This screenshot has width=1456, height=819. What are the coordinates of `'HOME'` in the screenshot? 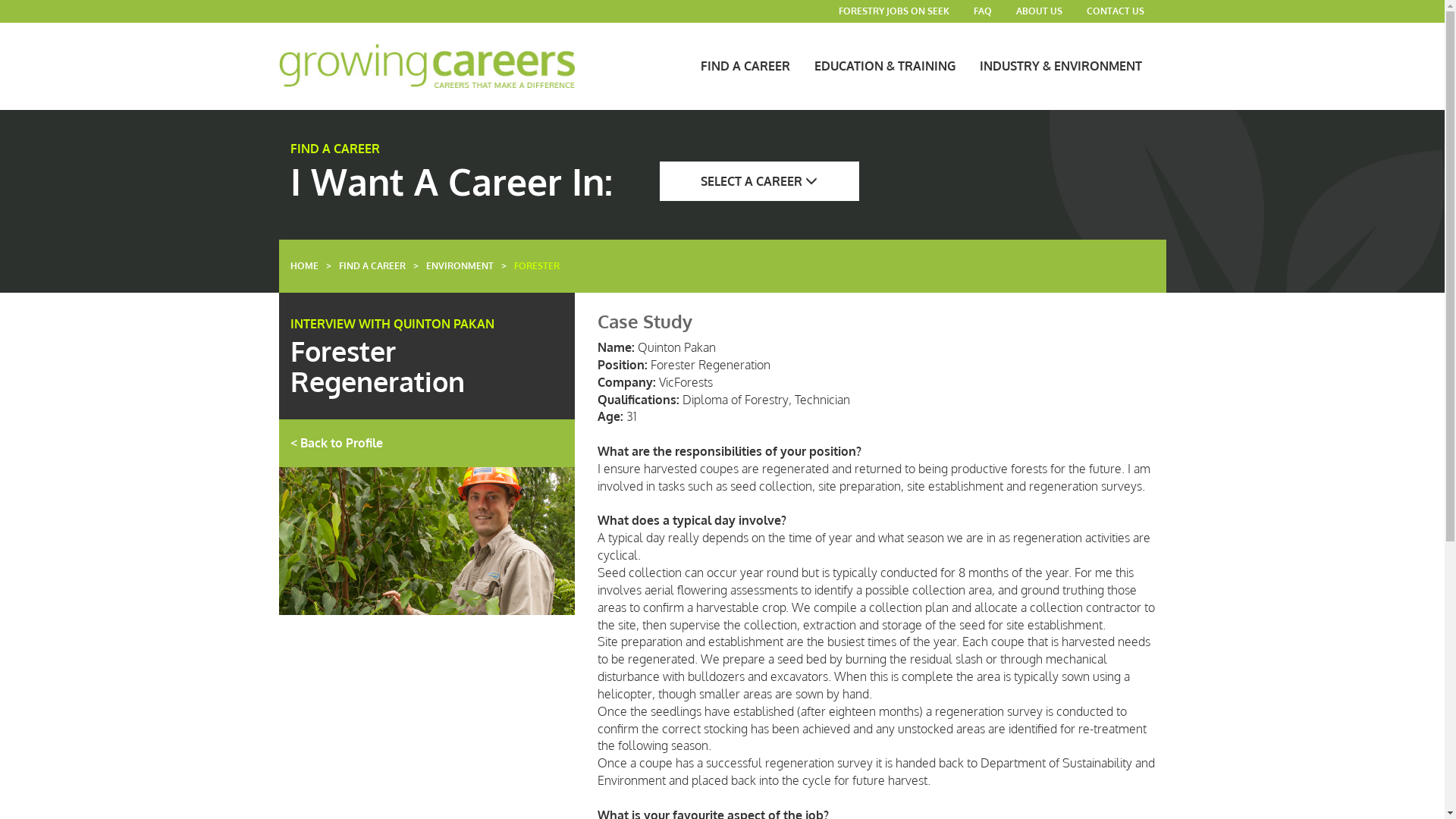 It's located at (290, 265).